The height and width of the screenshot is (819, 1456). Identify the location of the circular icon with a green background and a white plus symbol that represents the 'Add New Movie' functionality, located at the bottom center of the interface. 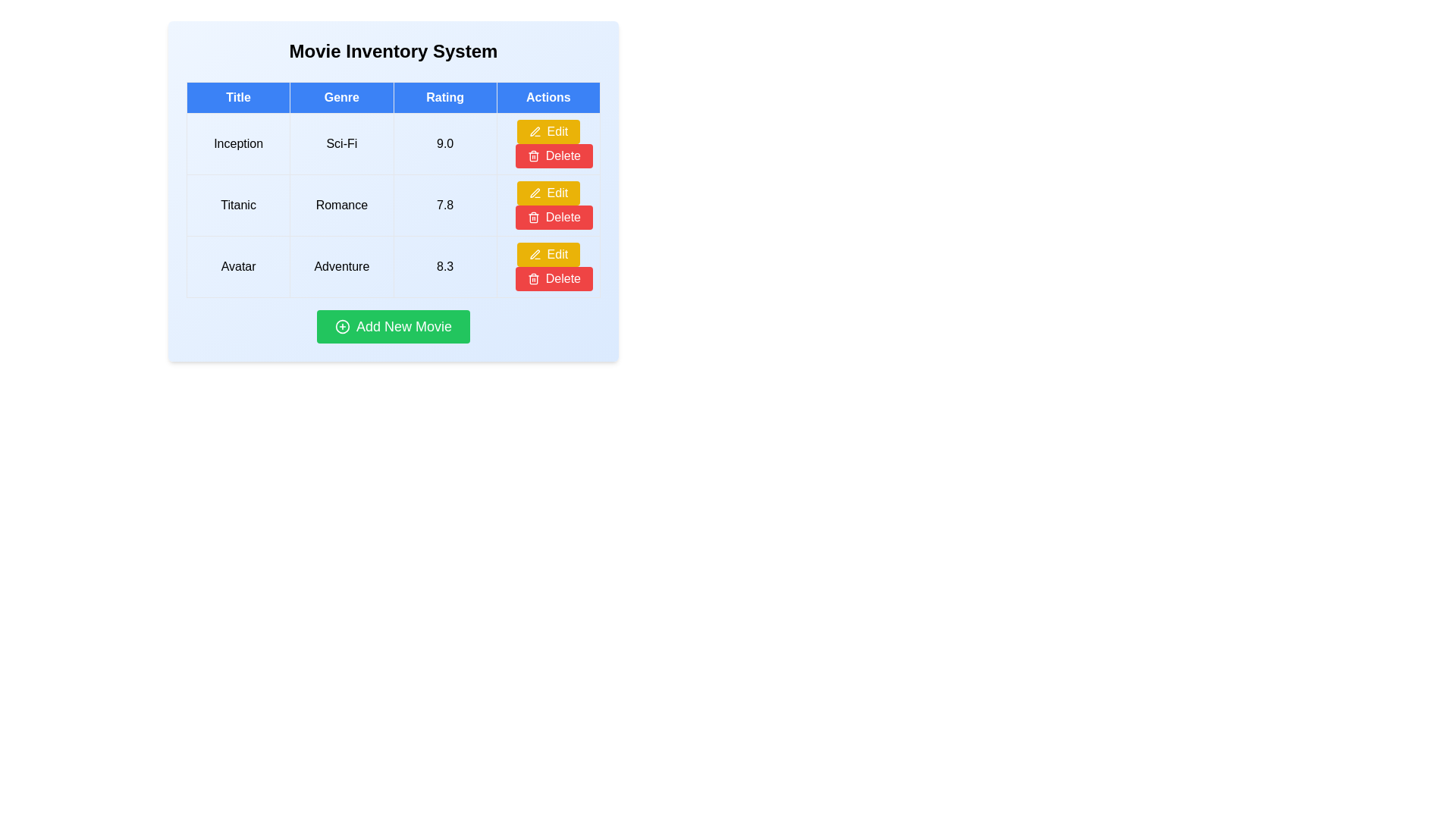
(341, 326).